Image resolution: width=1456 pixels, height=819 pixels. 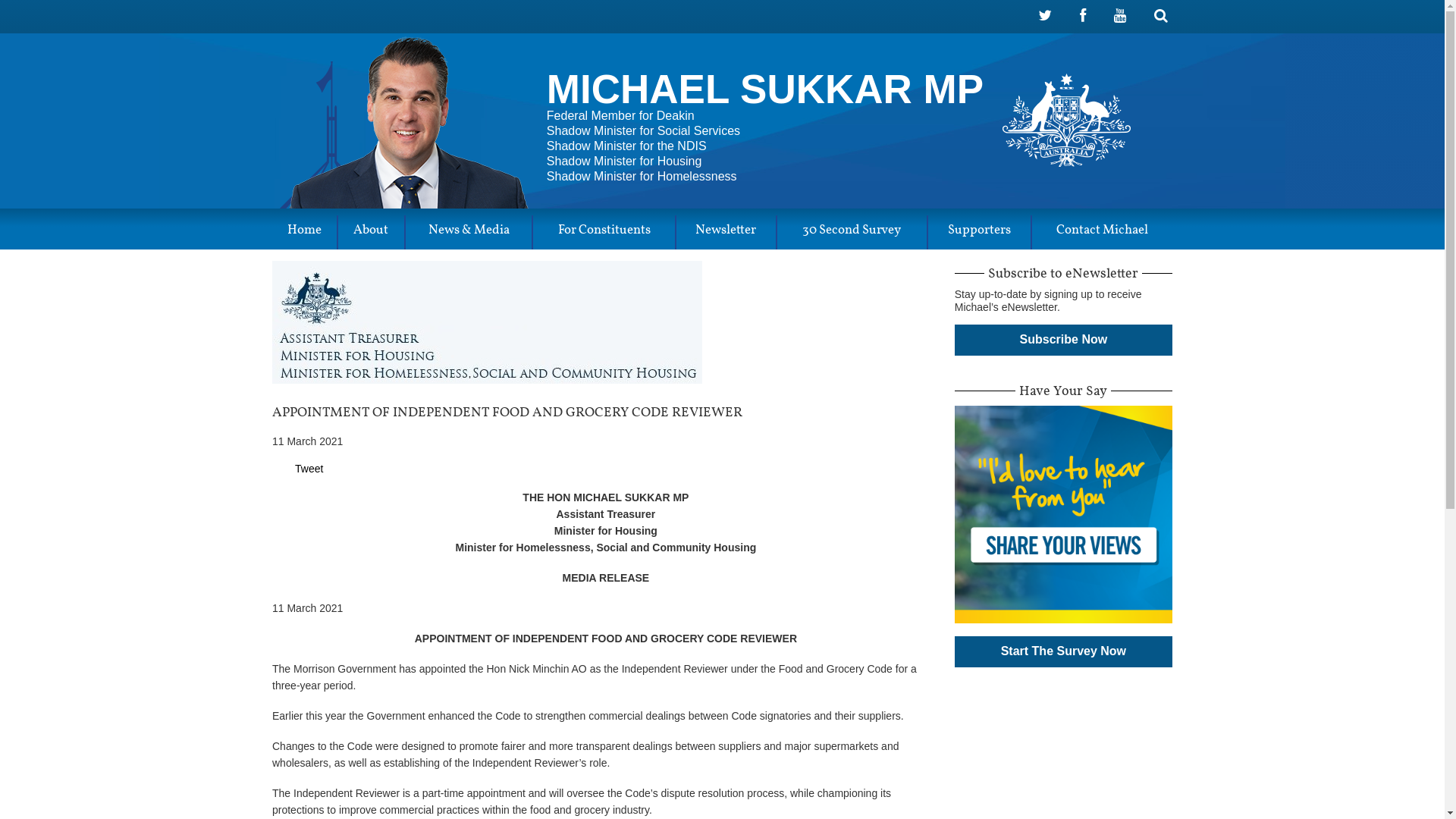 I want to click on 'Tweet', so click(x=308, y=467).